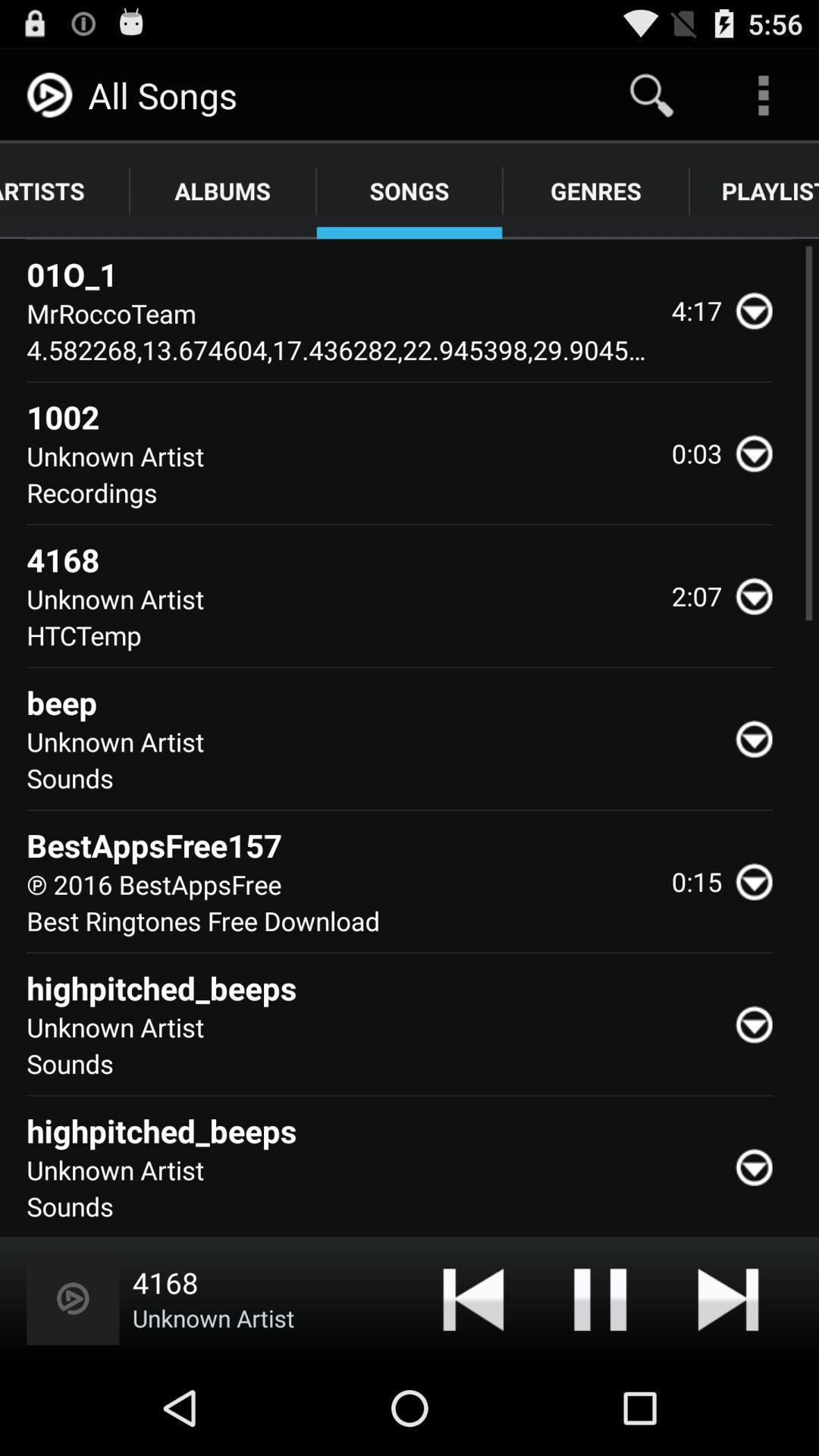 Image resolution: width=819 pixels, height=1456 pixels. What do you see at coordinates (472, 1389) in the screenshot?
I see `the skip_previous icon` at bounding box center [472, 1389].